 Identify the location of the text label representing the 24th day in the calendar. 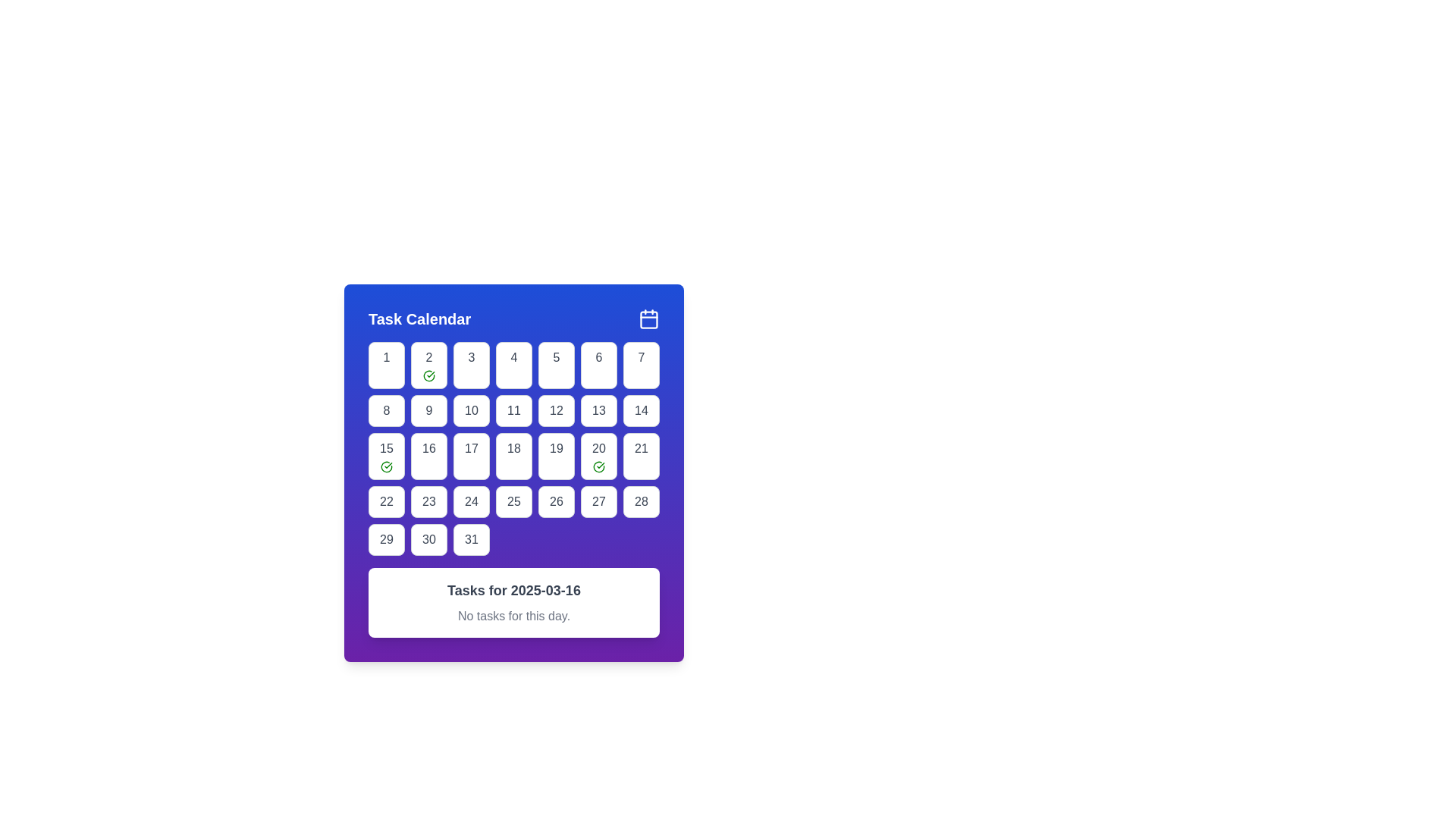
(471, 502).